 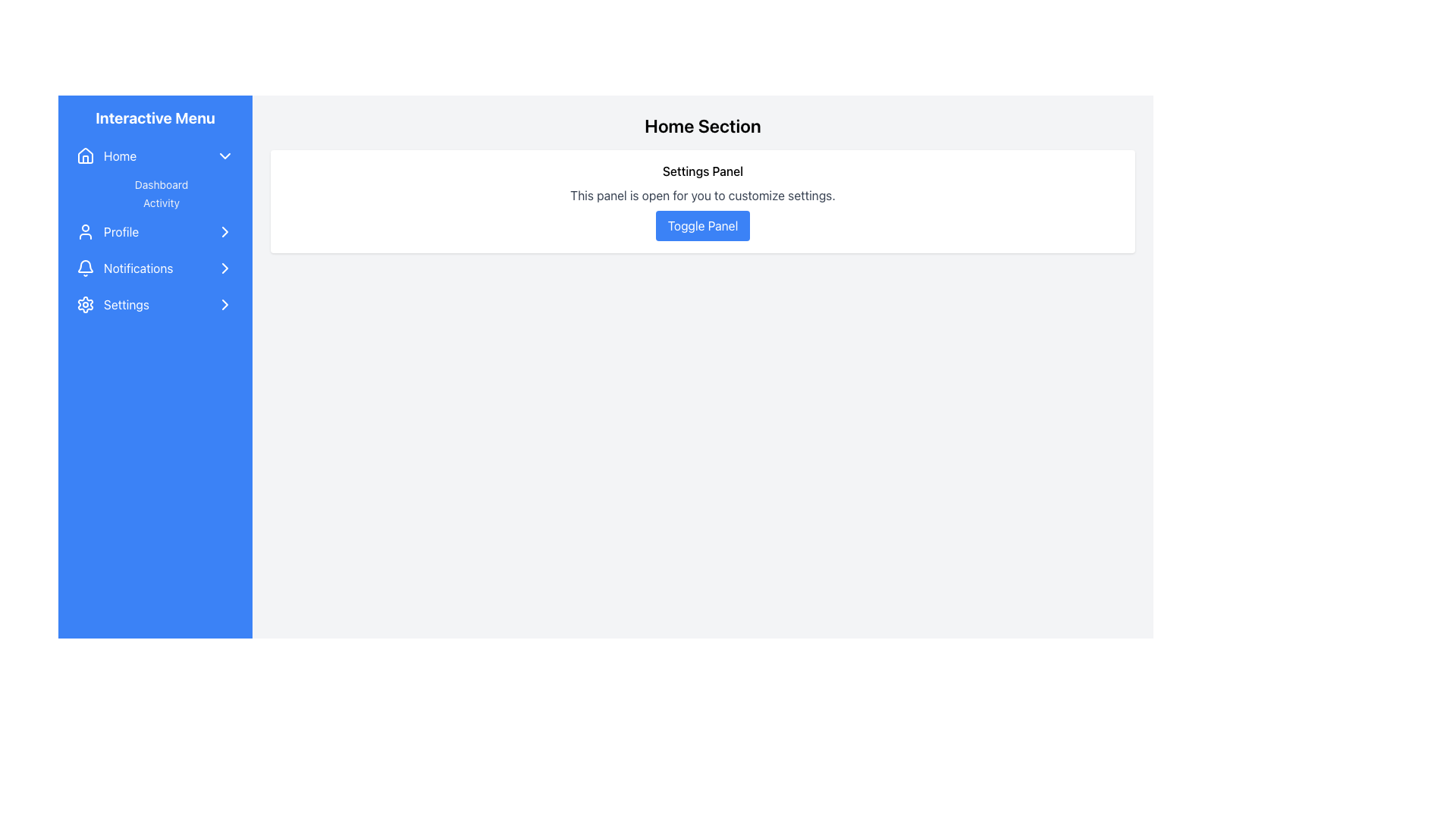 I want to click on the Chevron-shaped SVG icon next to the 'Profile' label in the vertical navigation bar to trigger tooltips or visual emphasis, so click(x=224, y=231).